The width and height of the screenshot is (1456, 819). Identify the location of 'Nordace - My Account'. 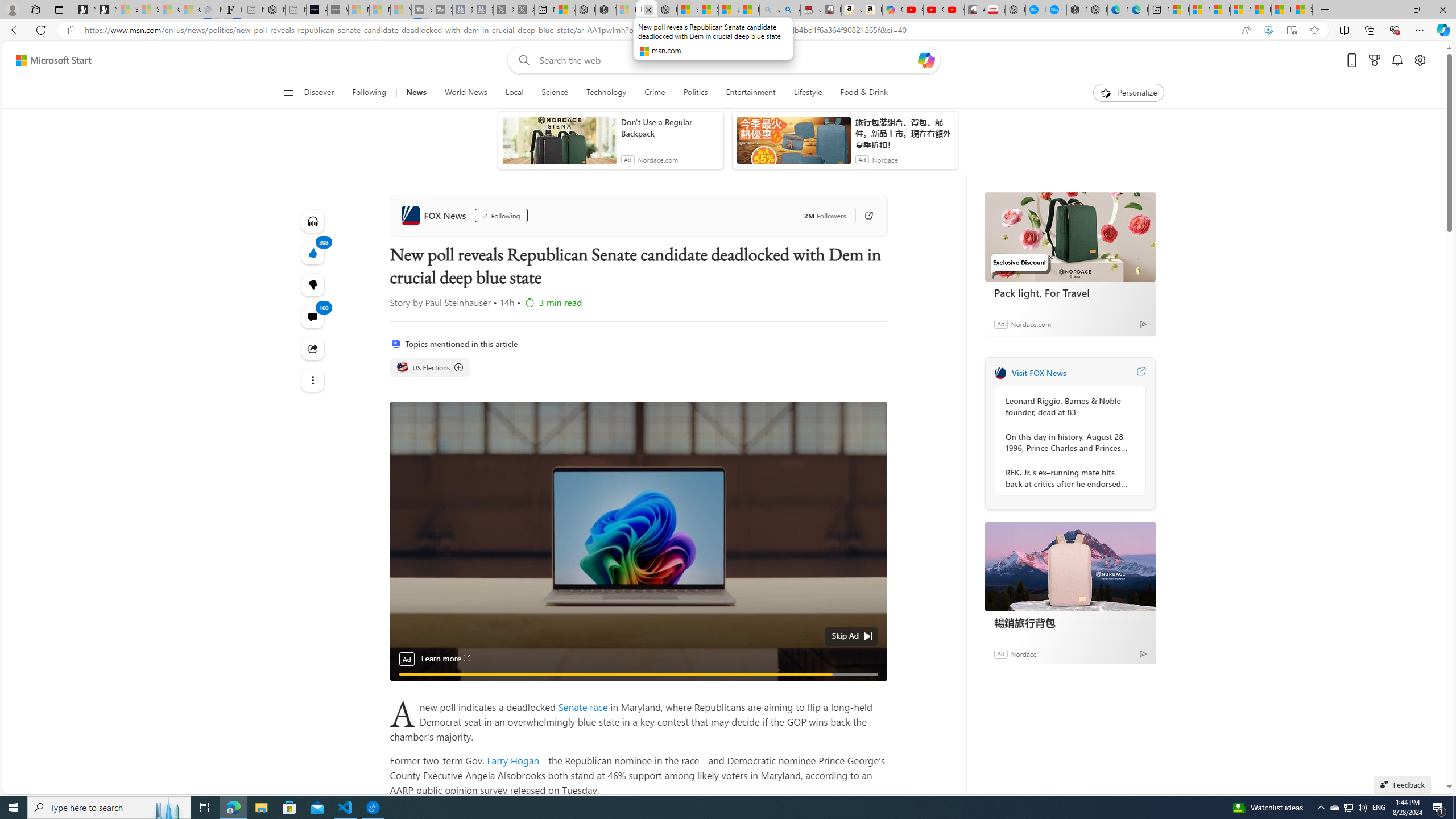
(1015, 9).